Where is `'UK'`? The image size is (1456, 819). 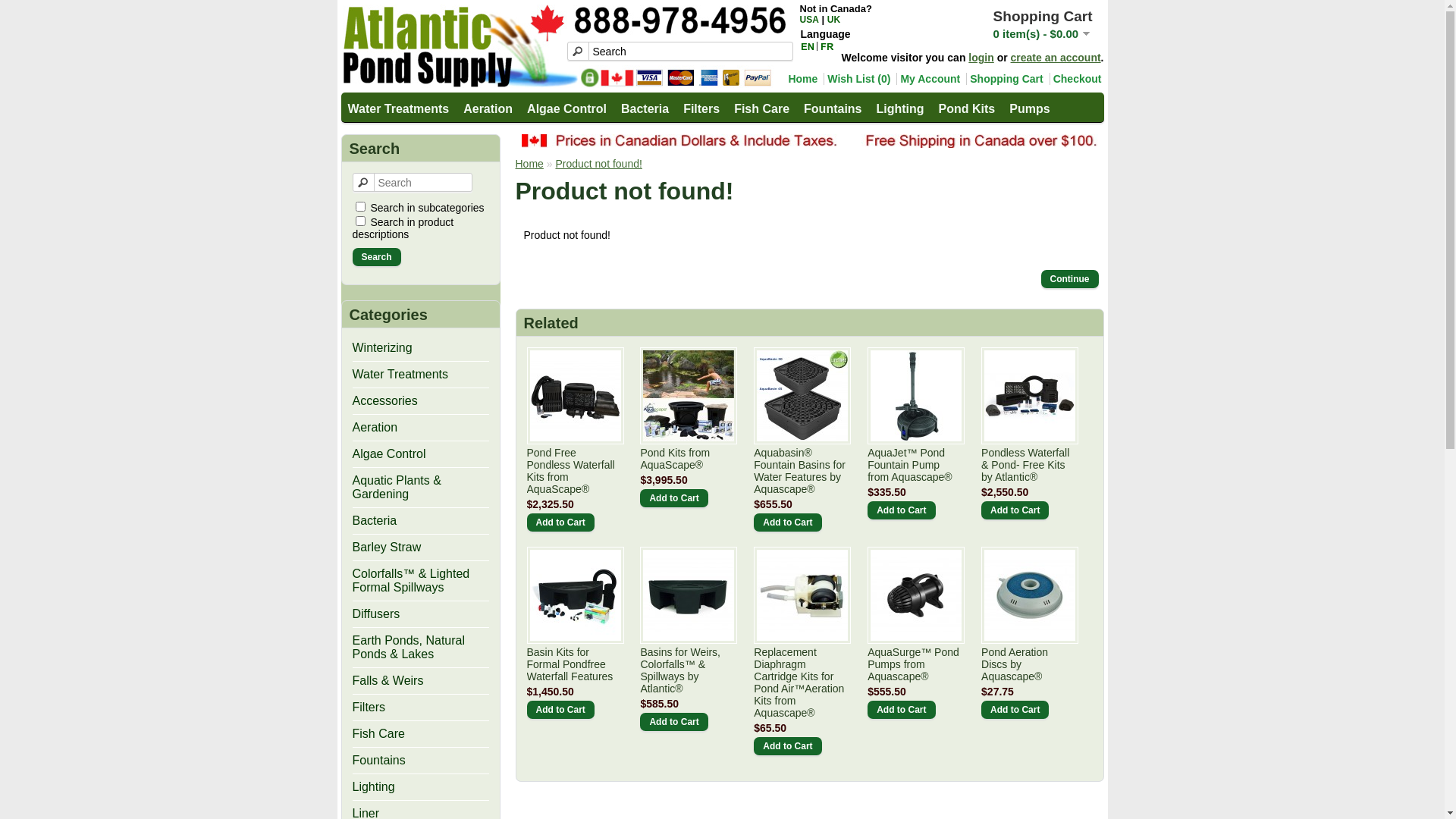
'UK' is located at coordinates (833, 20).